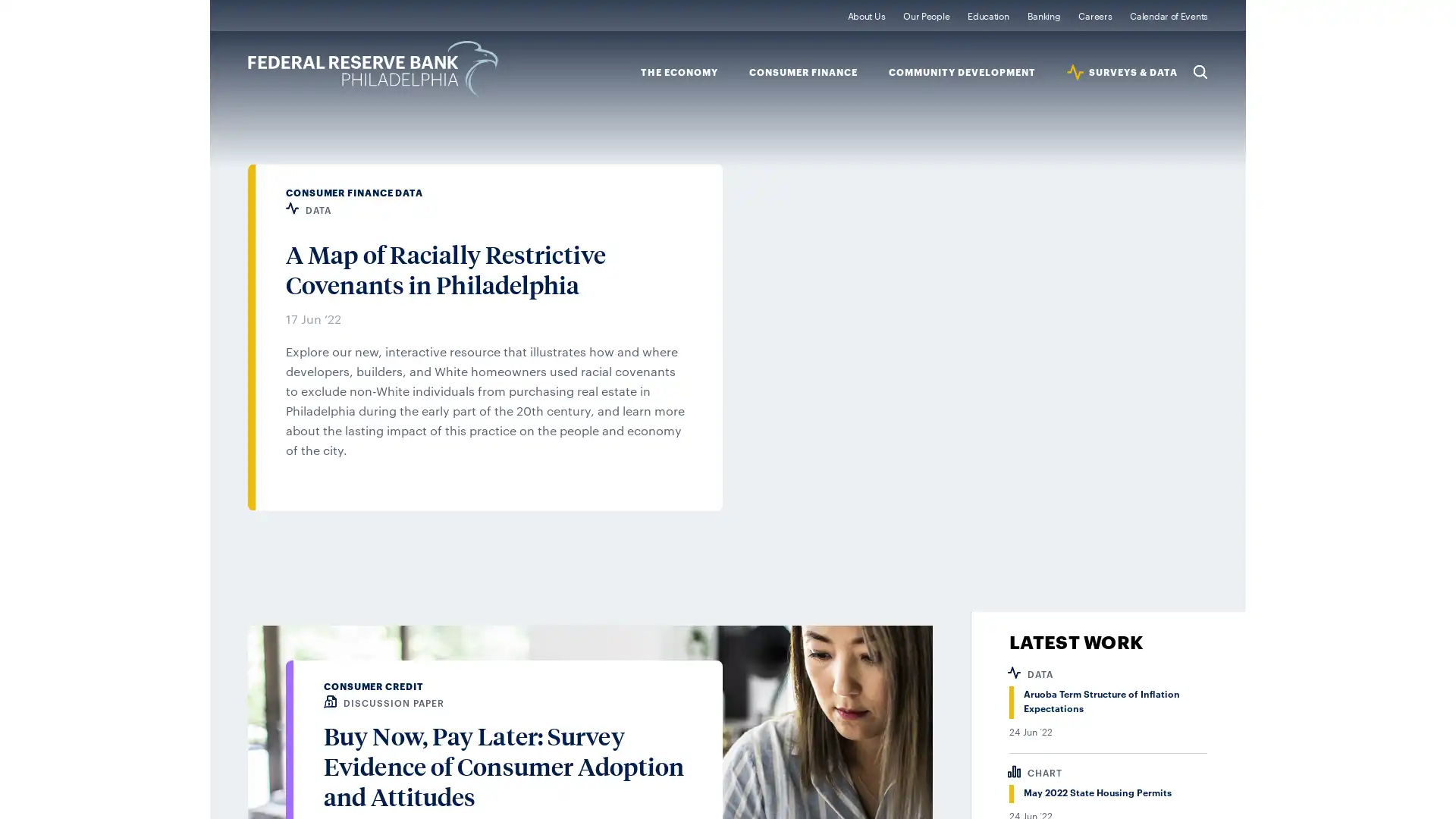  I want to click on Search, so click(1200, 71).